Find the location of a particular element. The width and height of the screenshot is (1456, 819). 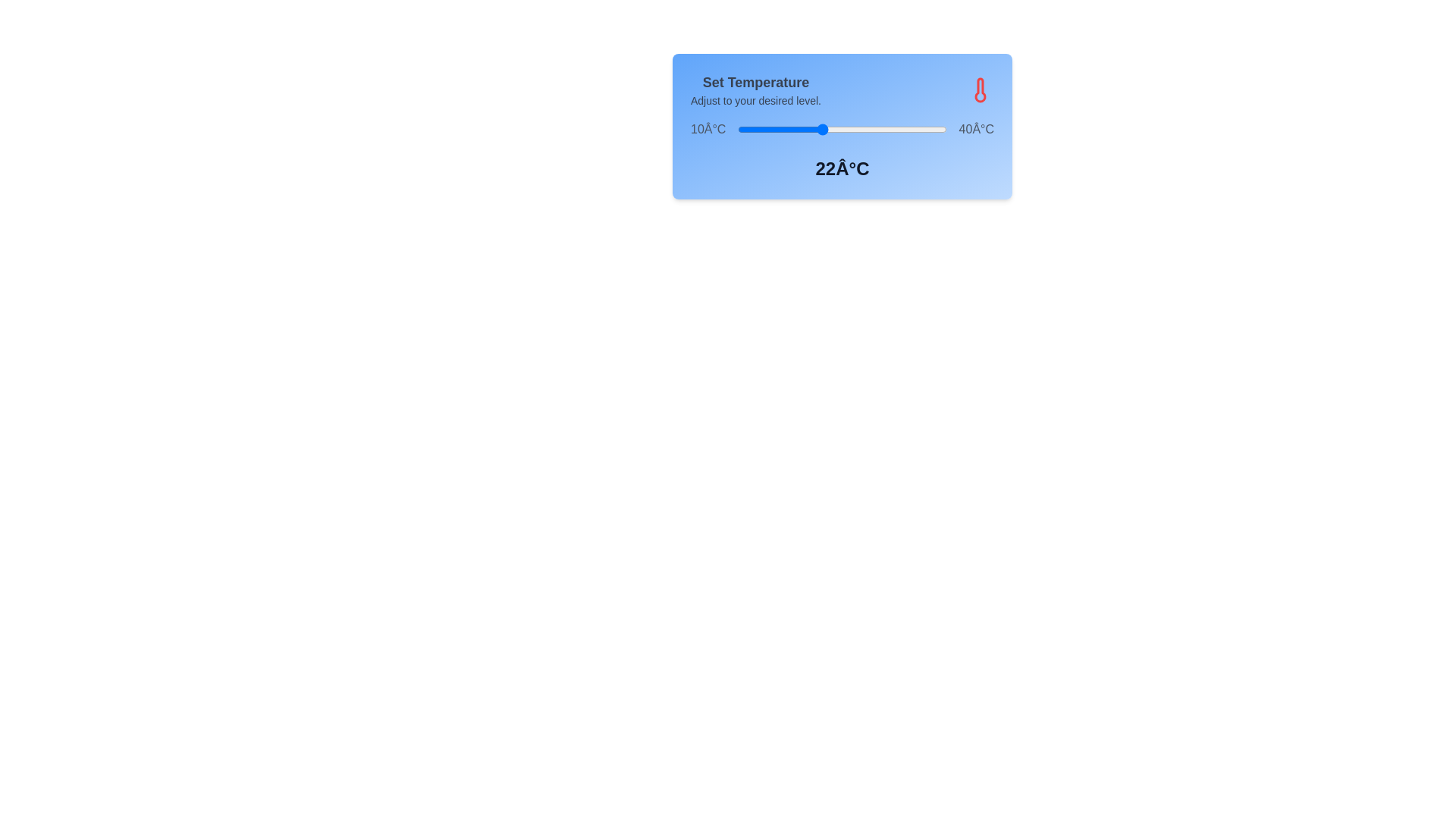

the temperature to 32°C by interacting with the slider is located at coordinates (891, 128).